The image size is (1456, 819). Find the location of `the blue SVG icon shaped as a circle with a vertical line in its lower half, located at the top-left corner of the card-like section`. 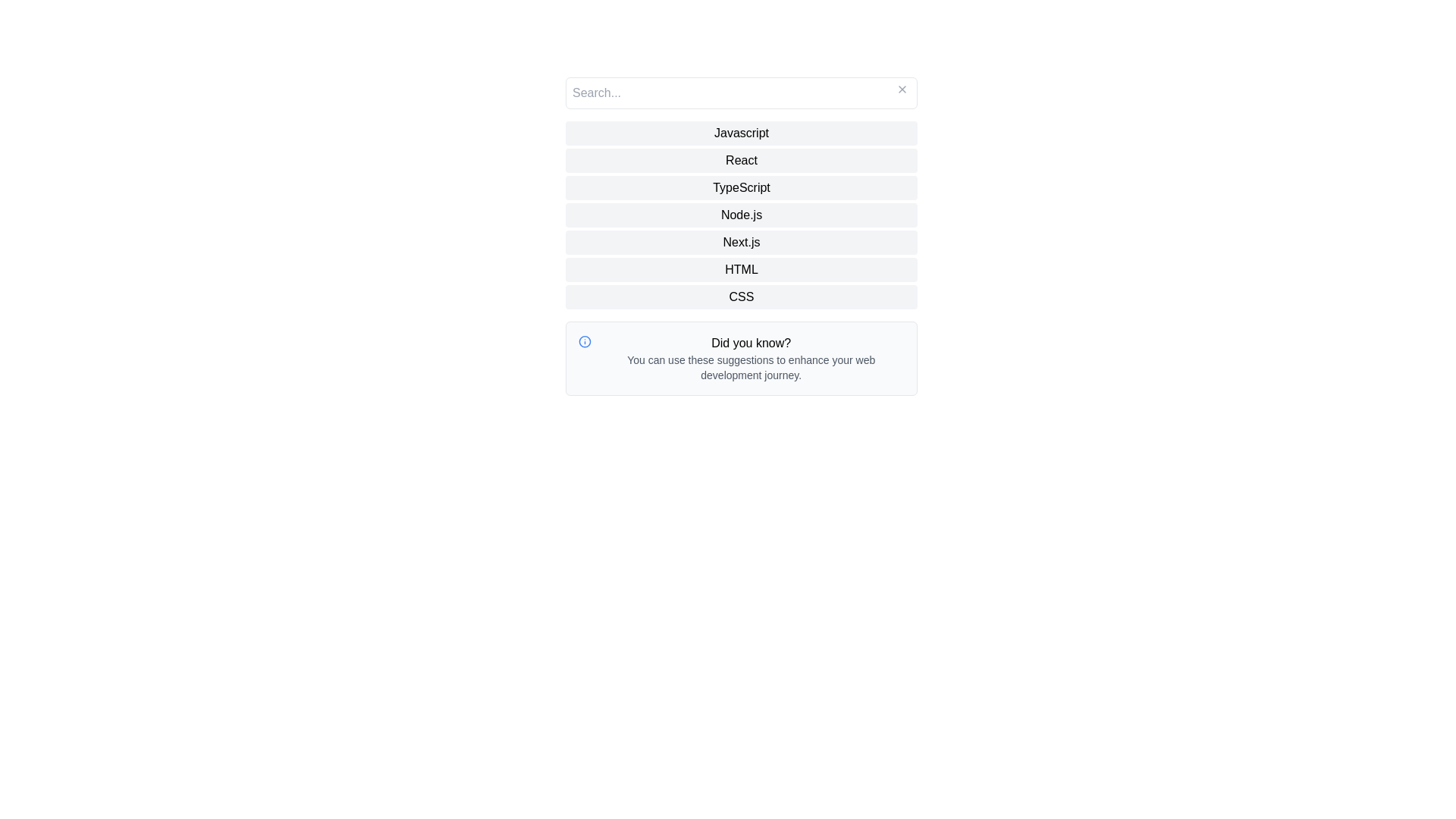

the blue SVG icon shaped as a circle with a vertical line in its lower half, located at the top-left corner of the card-like section is located at coordinates (584, 342).